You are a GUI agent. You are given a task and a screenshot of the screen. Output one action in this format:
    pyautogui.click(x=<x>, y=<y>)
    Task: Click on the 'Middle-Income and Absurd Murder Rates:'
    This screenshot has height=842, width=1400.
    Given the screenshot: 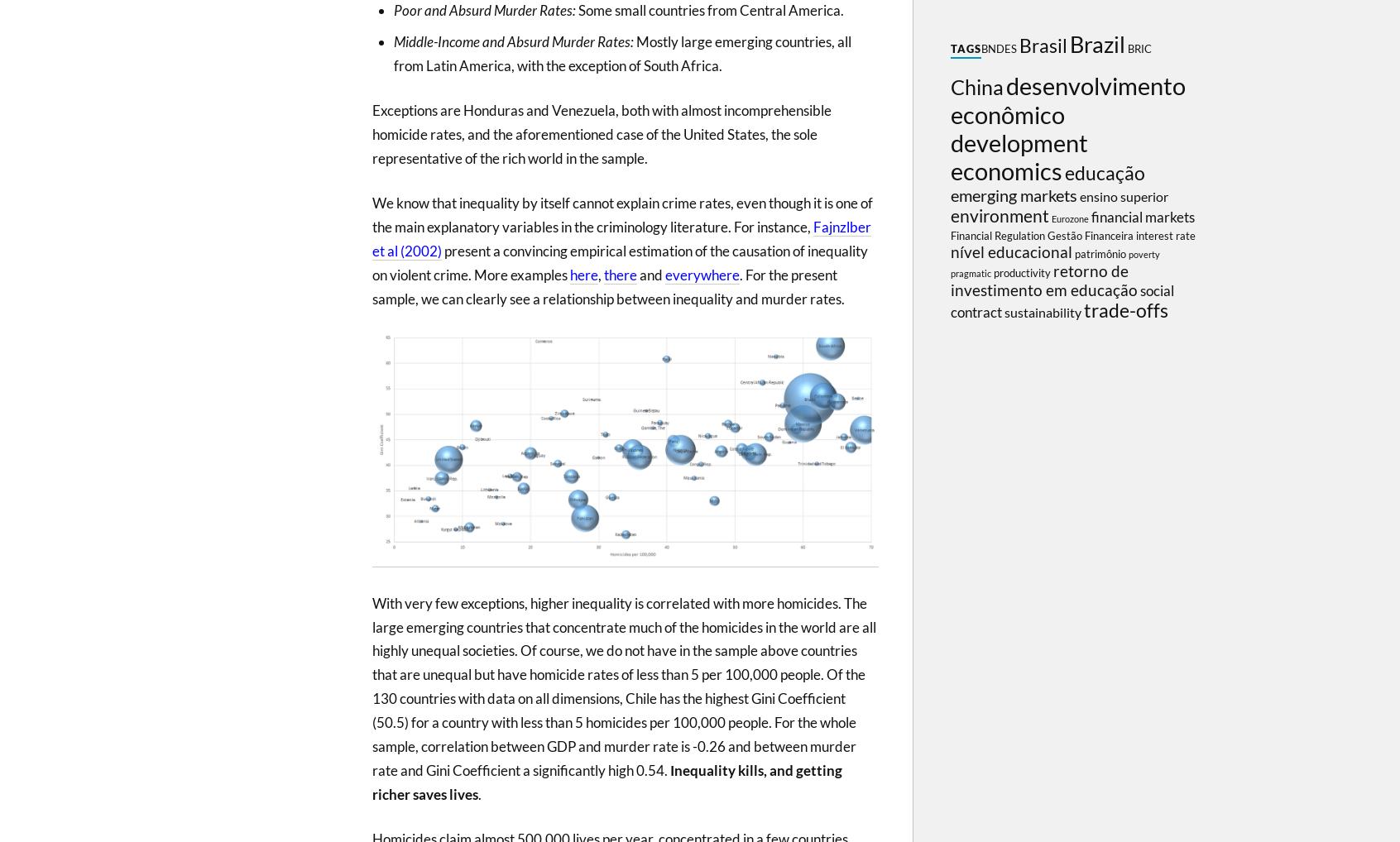 What is the action you would take?
    pyautogui.click(x=511, y=40)
    